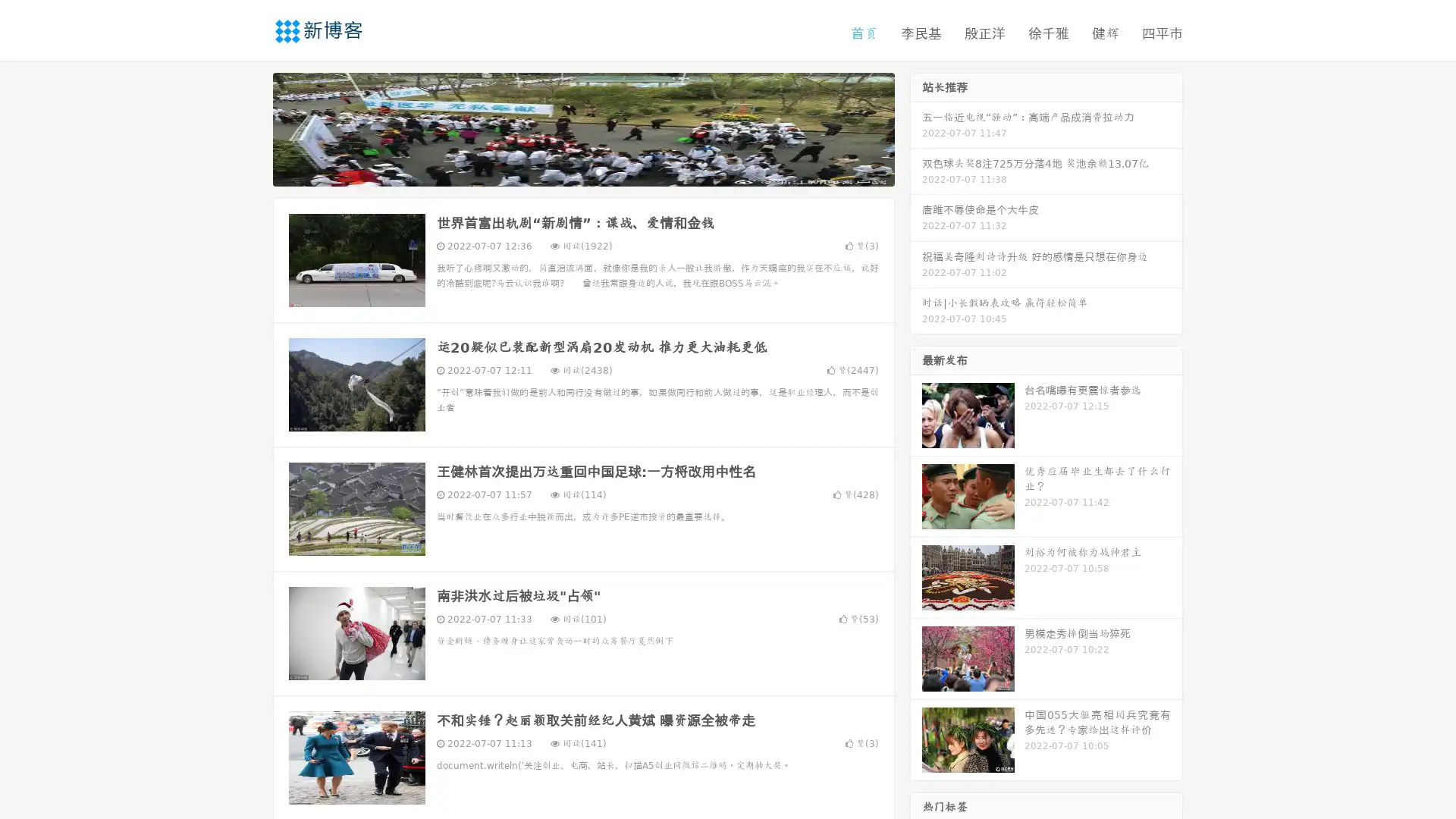  Describe the element at coordinates (598, 171) in the screenshot. I see `Go to slide 3` at that location.